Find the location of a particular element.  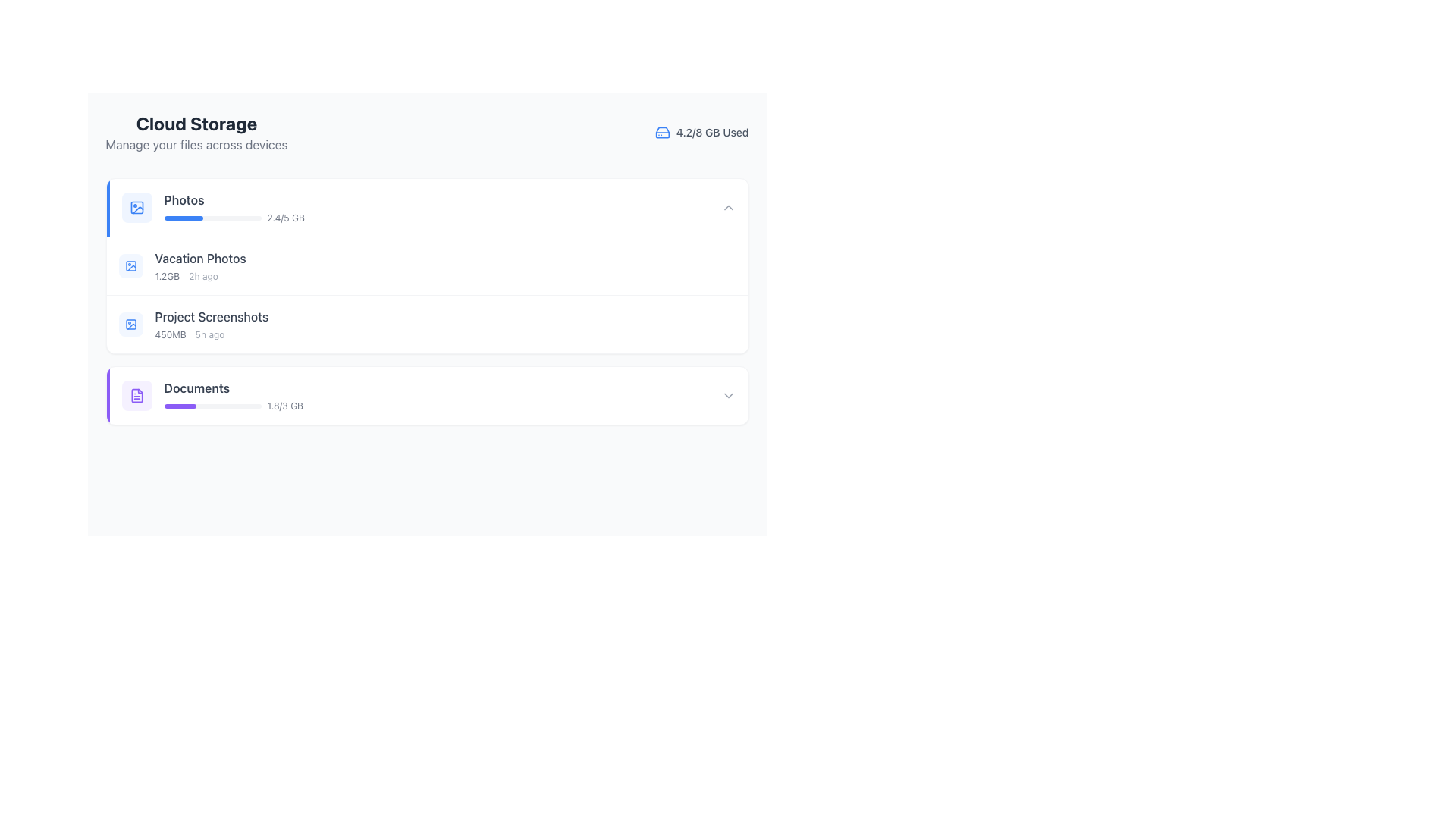

the text label displaying the summary of storage usage located in the top-right corner of the interface, next to the blue hard-drive icon is located at coordinates (711, 131).